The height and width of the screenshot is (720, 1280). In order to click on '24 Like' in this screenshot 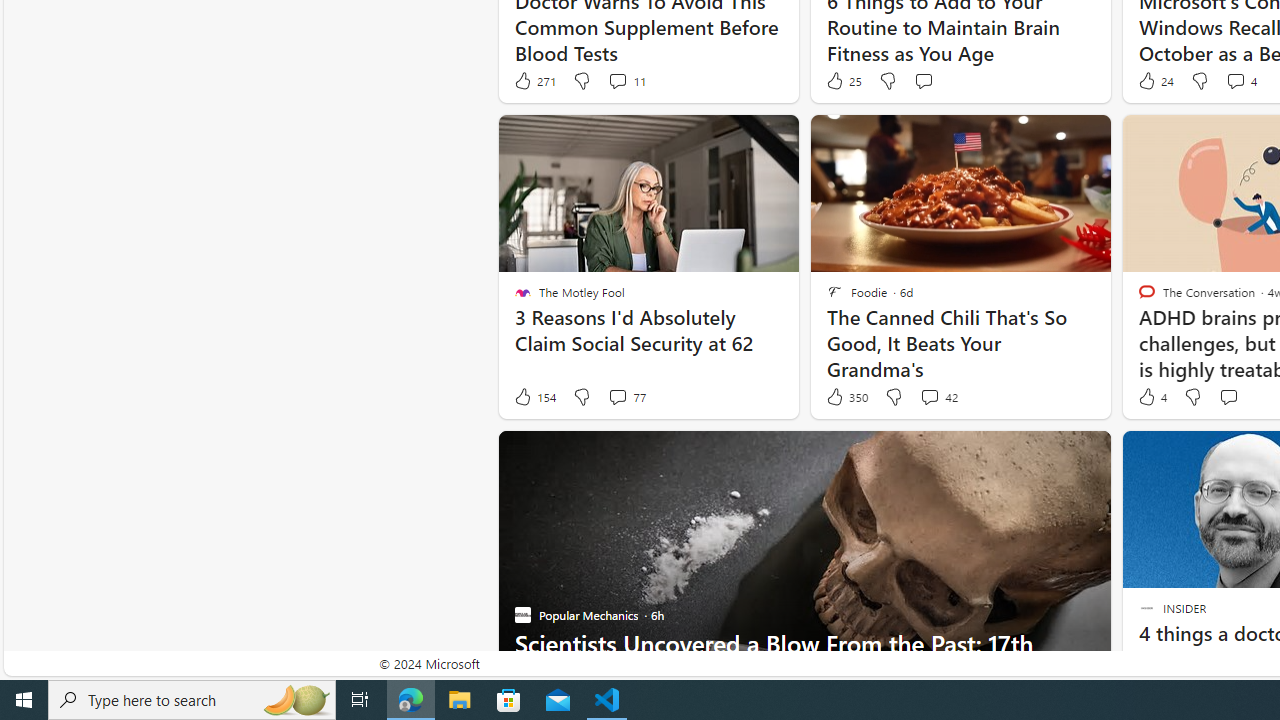, I will do `click(1154, 80)`.